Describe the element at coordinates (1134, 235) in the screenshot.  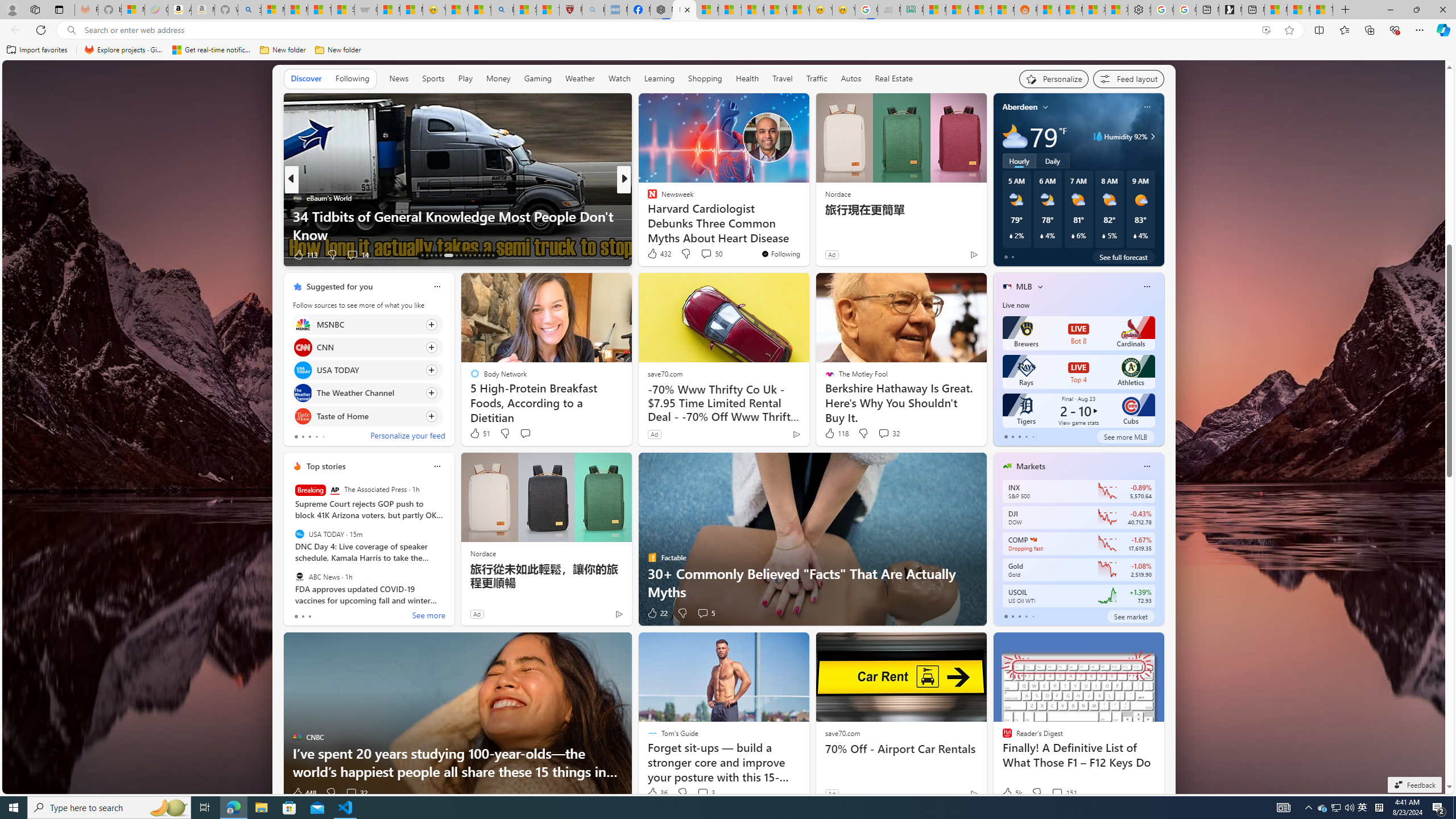
I see `'Class: weather-current-precipitation-glyph'` at that location.